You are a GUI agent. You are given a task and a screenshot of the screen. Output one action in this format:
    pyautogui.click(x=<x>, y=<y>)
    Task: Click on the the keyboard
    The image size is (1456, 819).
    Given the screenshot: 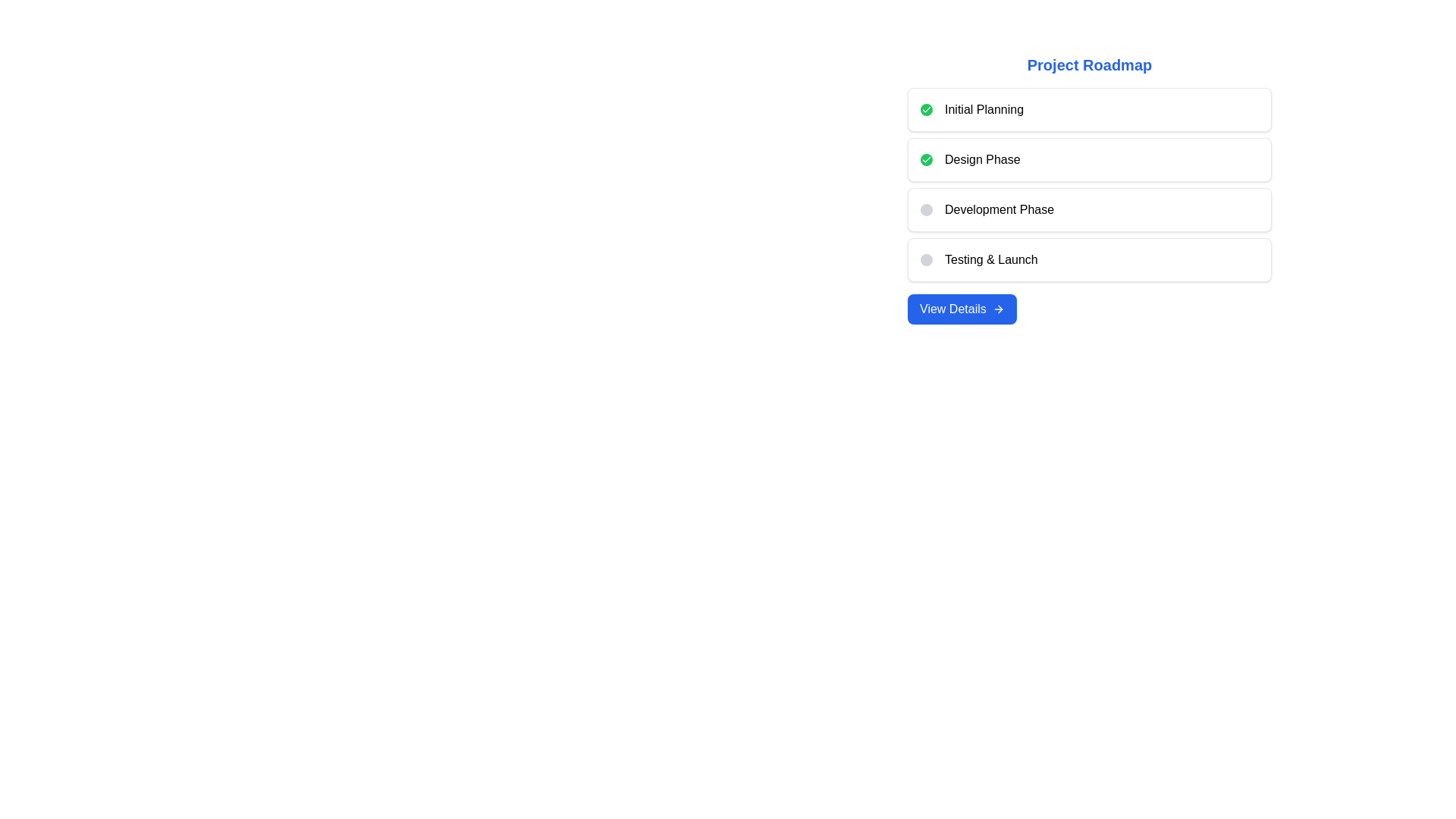 What is the action you would take?
    pyautogui.click(x=1088, y=160)
    